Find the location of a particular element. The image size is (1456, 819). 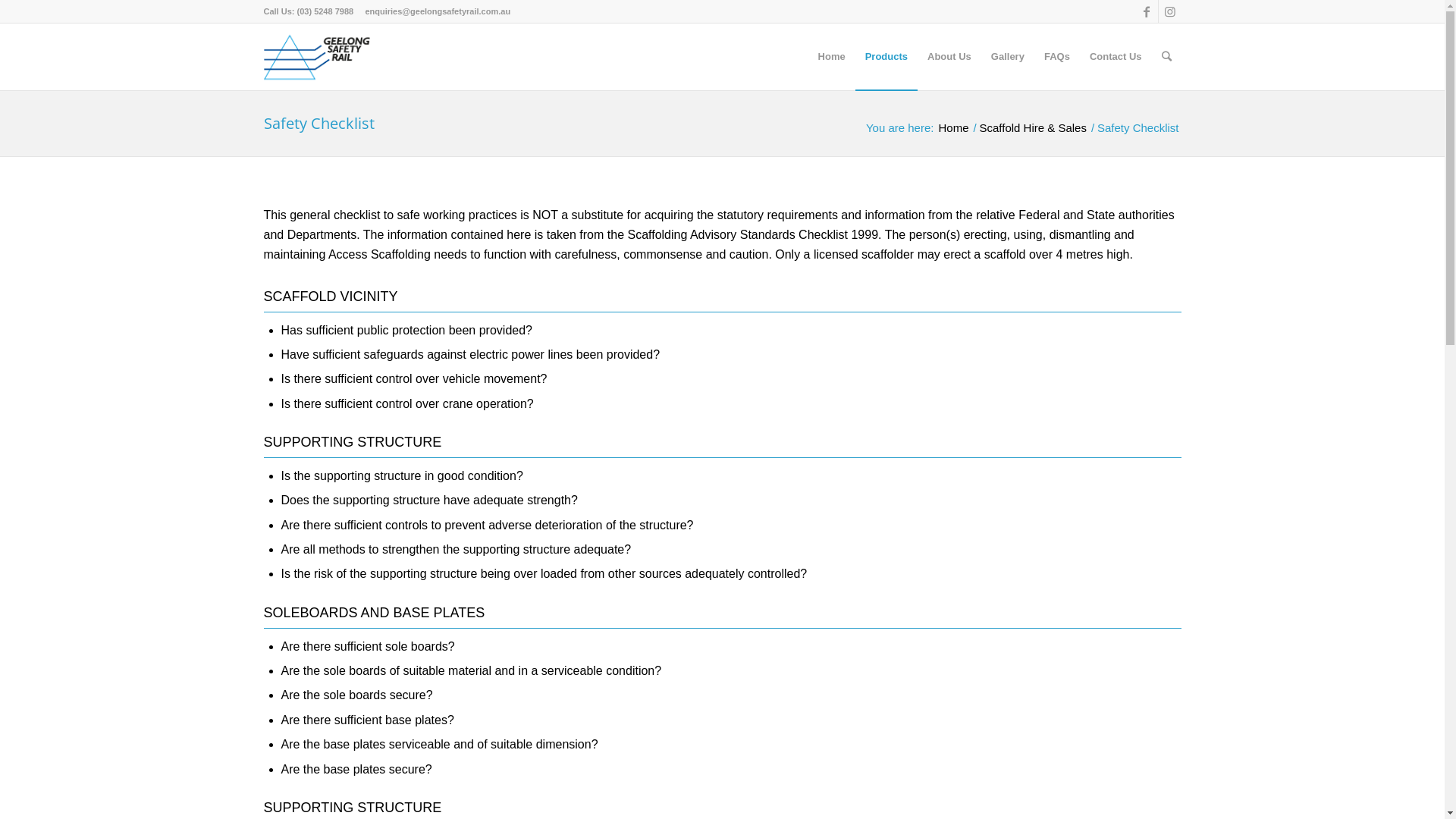

'FAQs' is located at coordinates (1033, 55).